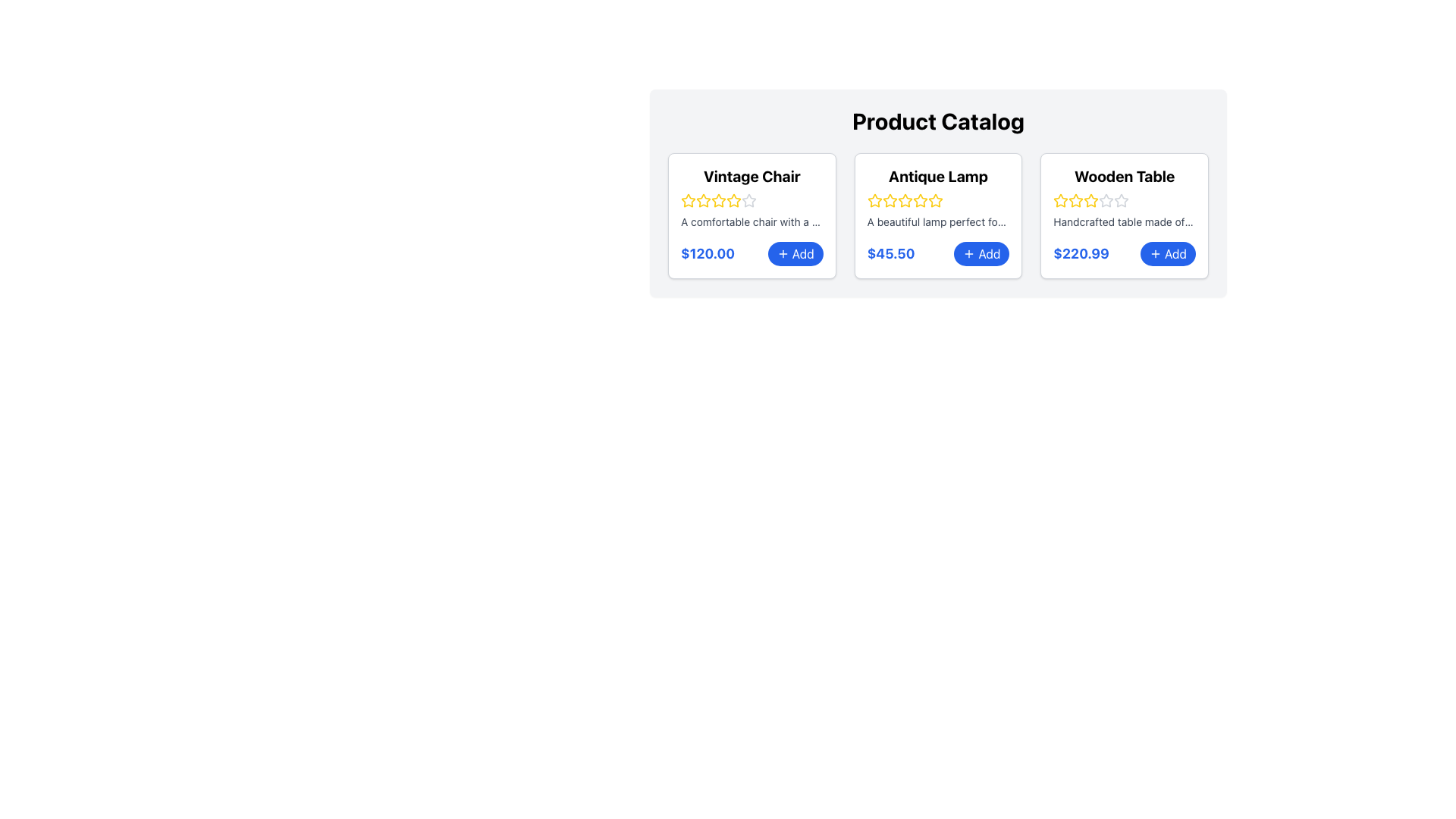  Describe the element at coordinates (919, 199) in the screenshot. I see `the filled yellow star icon representing the third star in the rating component for the 'Antique Lamp' product to set or adjust the rating` at that location.